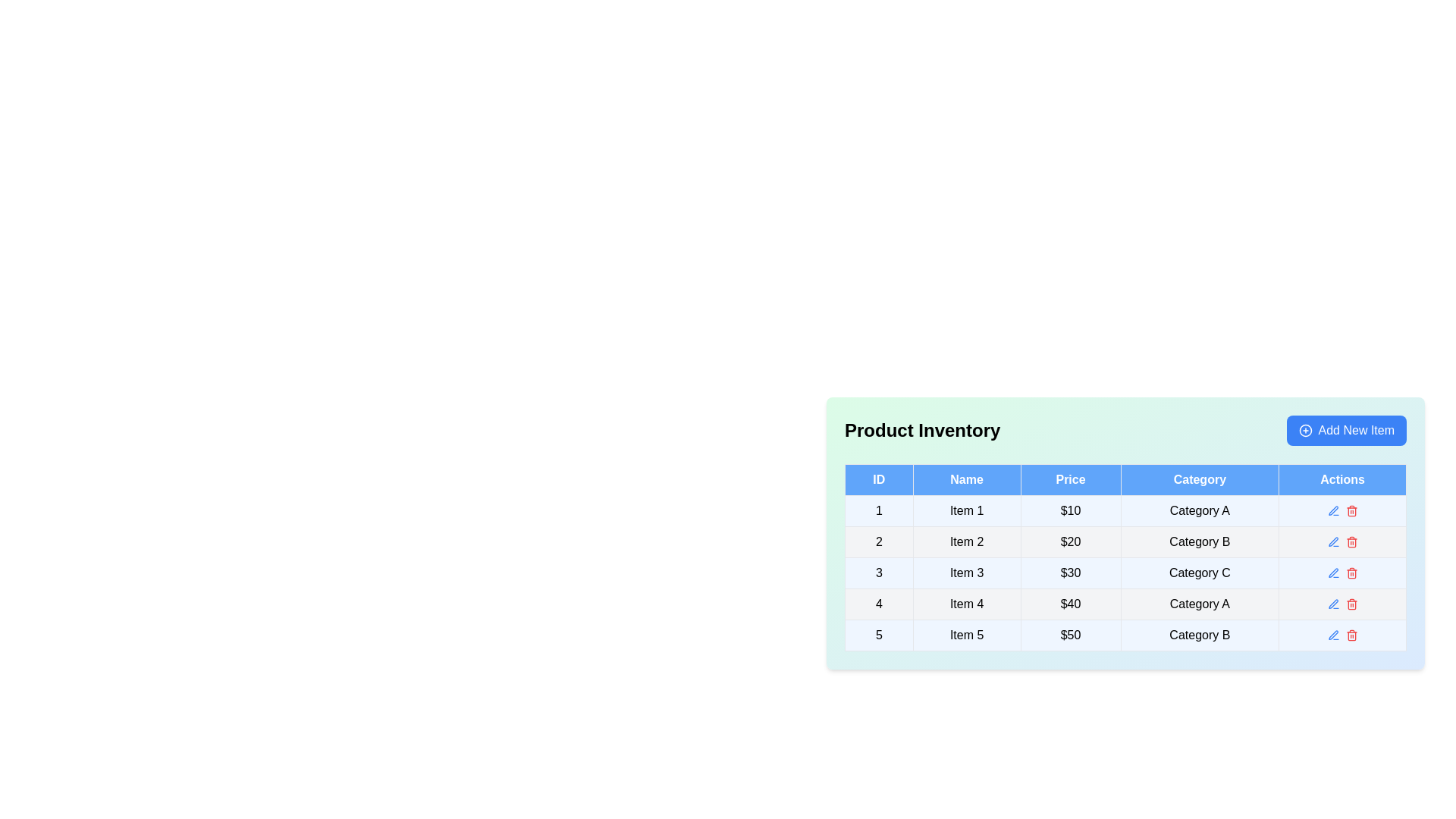 The width and height of the screenshot is (1456, 819). I want to click on the red trash bin icon in the Actions column of the last row (Item 5), so click(1342, 635).